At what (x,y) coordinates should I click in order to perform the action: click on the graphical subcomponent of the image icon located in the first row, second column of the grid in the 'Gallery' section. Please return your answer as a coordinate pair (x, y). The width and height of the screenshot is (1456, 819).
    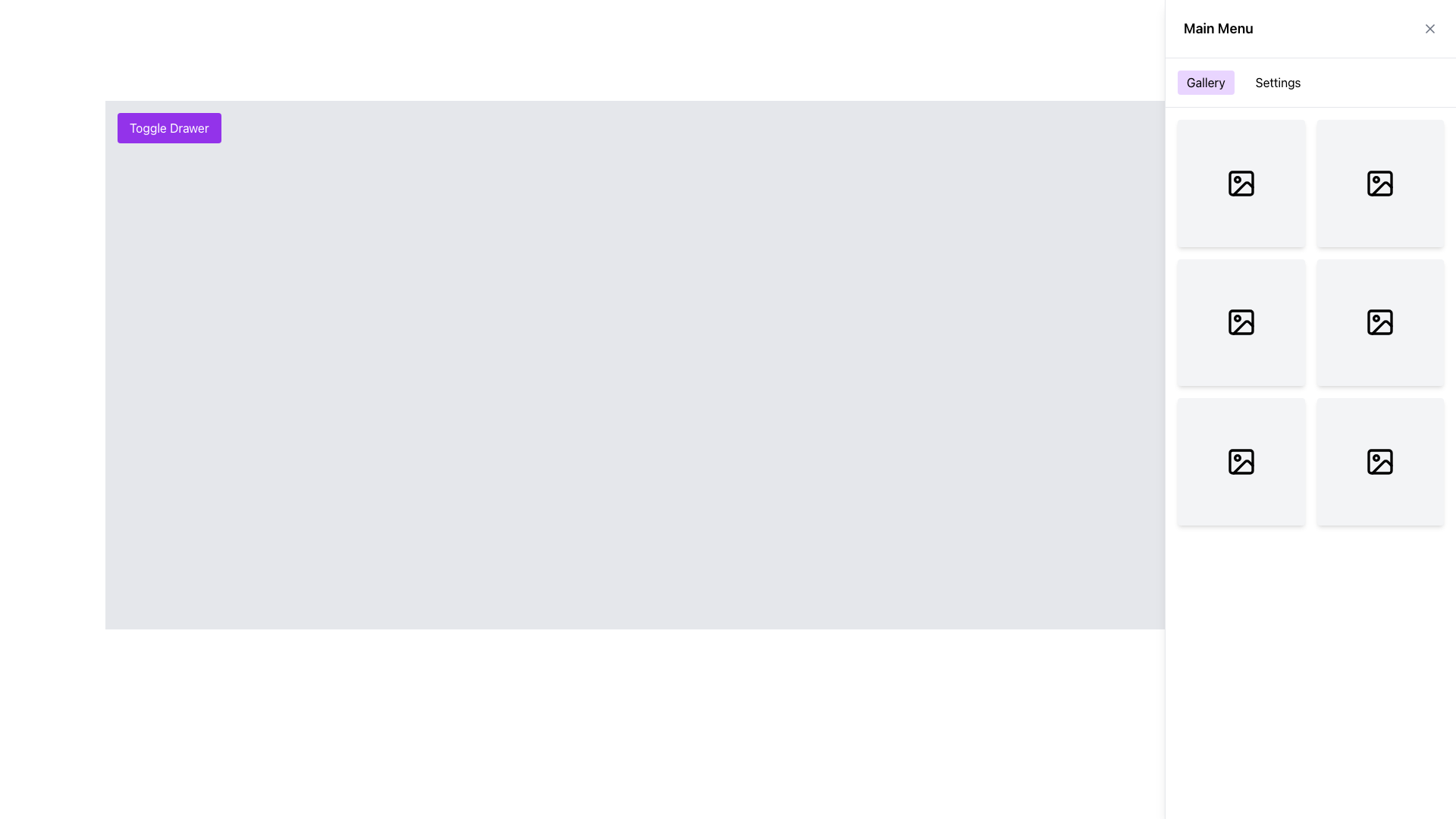
    Looking at the image, I should click on (1241, 182).